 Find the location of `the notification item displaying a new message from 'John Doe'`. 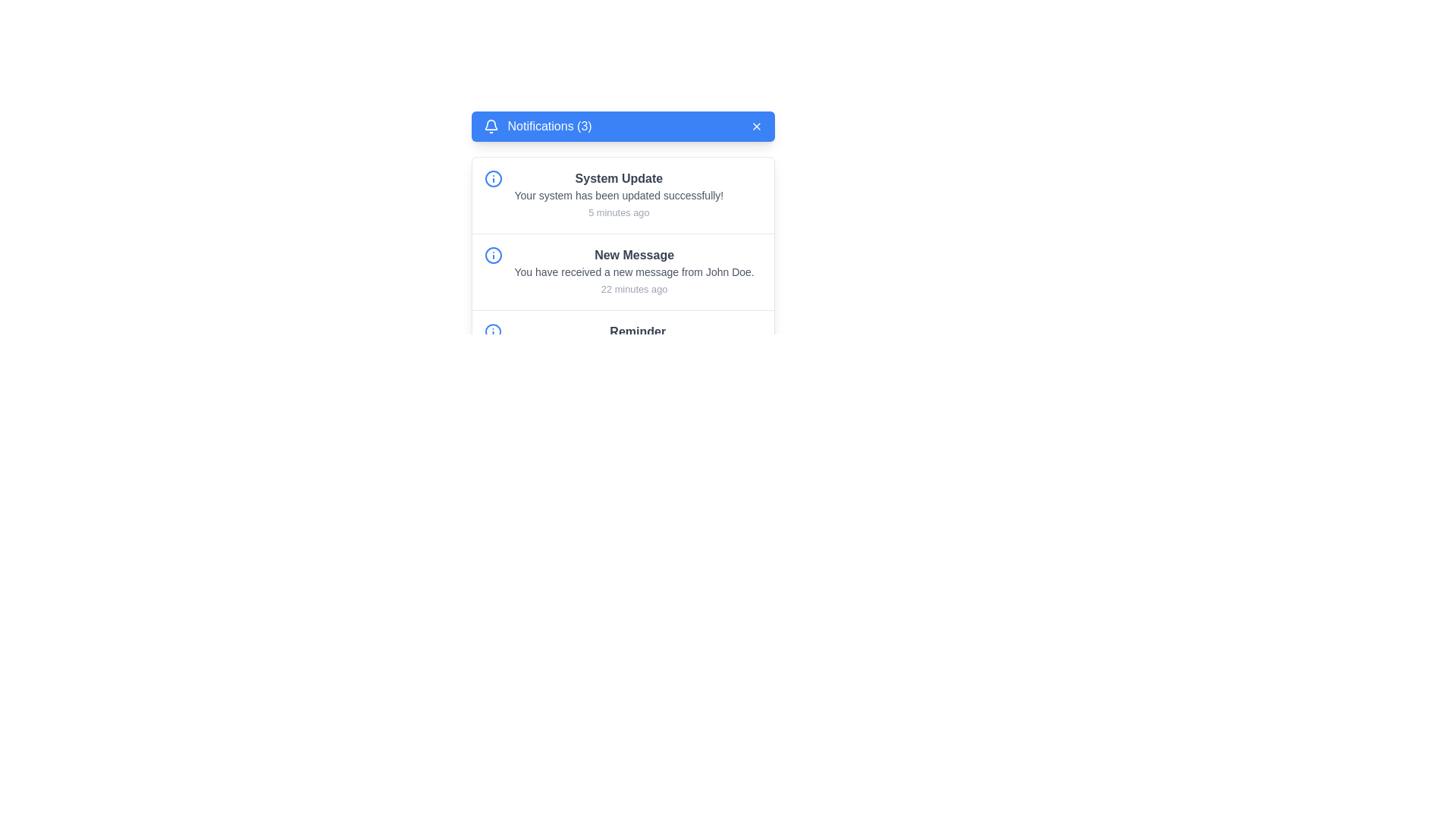

the notification item displaying a new message from 'John Doe' is located at coordinates (634, 271).